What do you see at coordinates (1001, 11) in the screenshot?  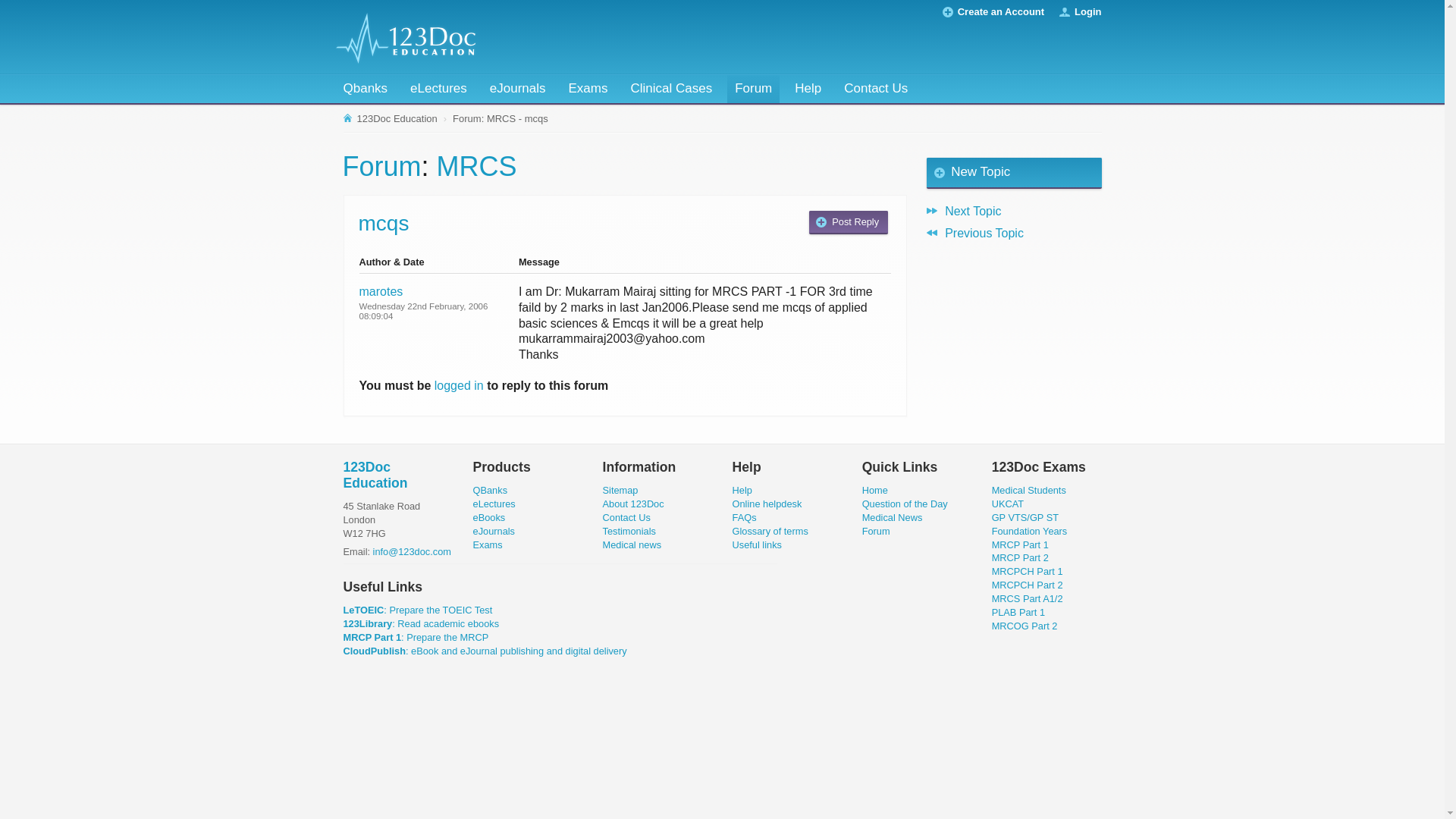 I see `'Create an Account'` at bounding box center [1001, 11].